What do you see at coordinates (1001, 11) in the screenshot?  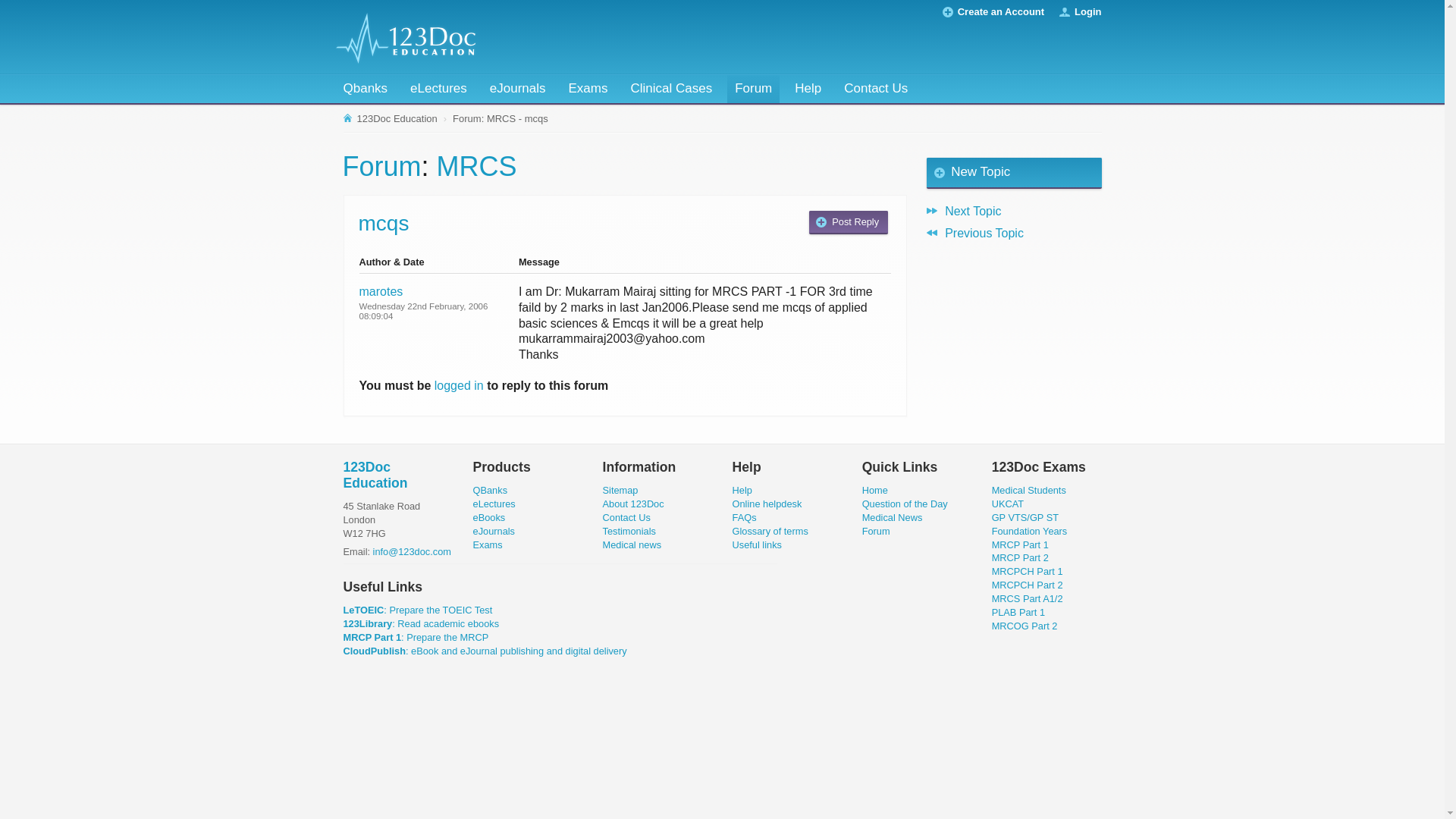 I see `'Create an Account'` at bounding box center [1001, 11].